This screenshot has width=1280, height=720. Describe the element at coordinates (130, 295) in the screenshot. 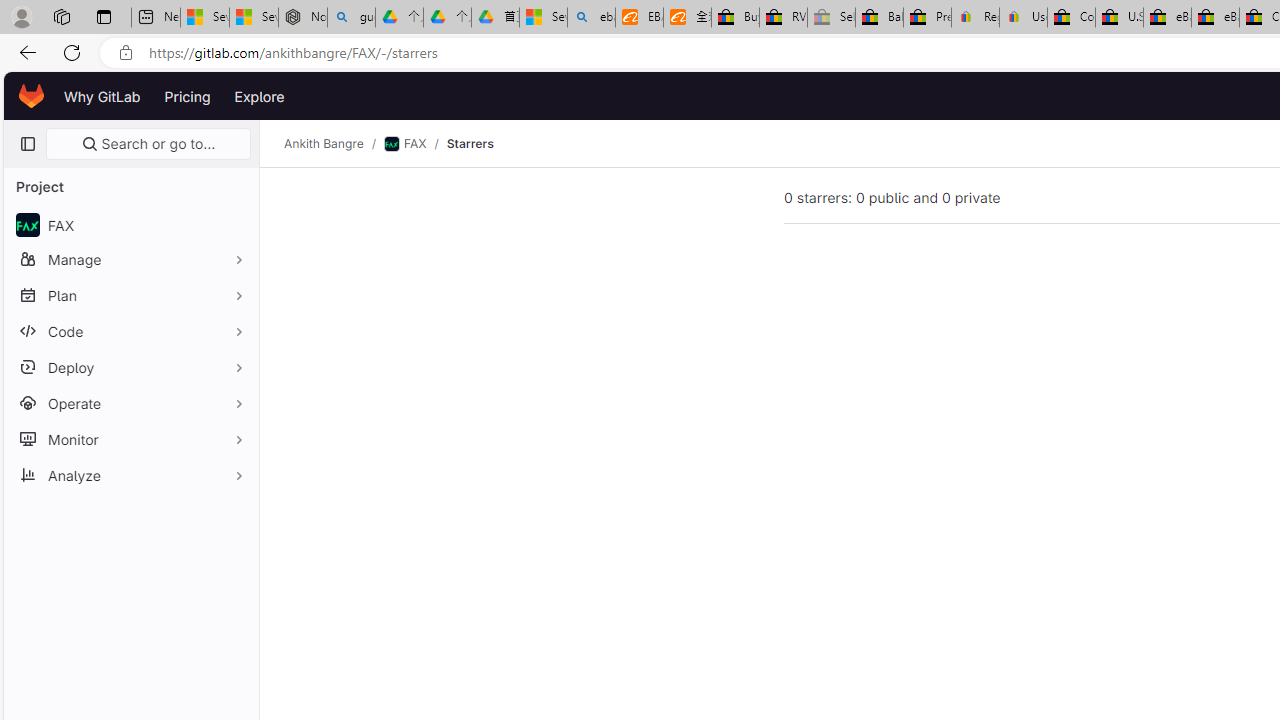

I see `'Plan'` at that location.